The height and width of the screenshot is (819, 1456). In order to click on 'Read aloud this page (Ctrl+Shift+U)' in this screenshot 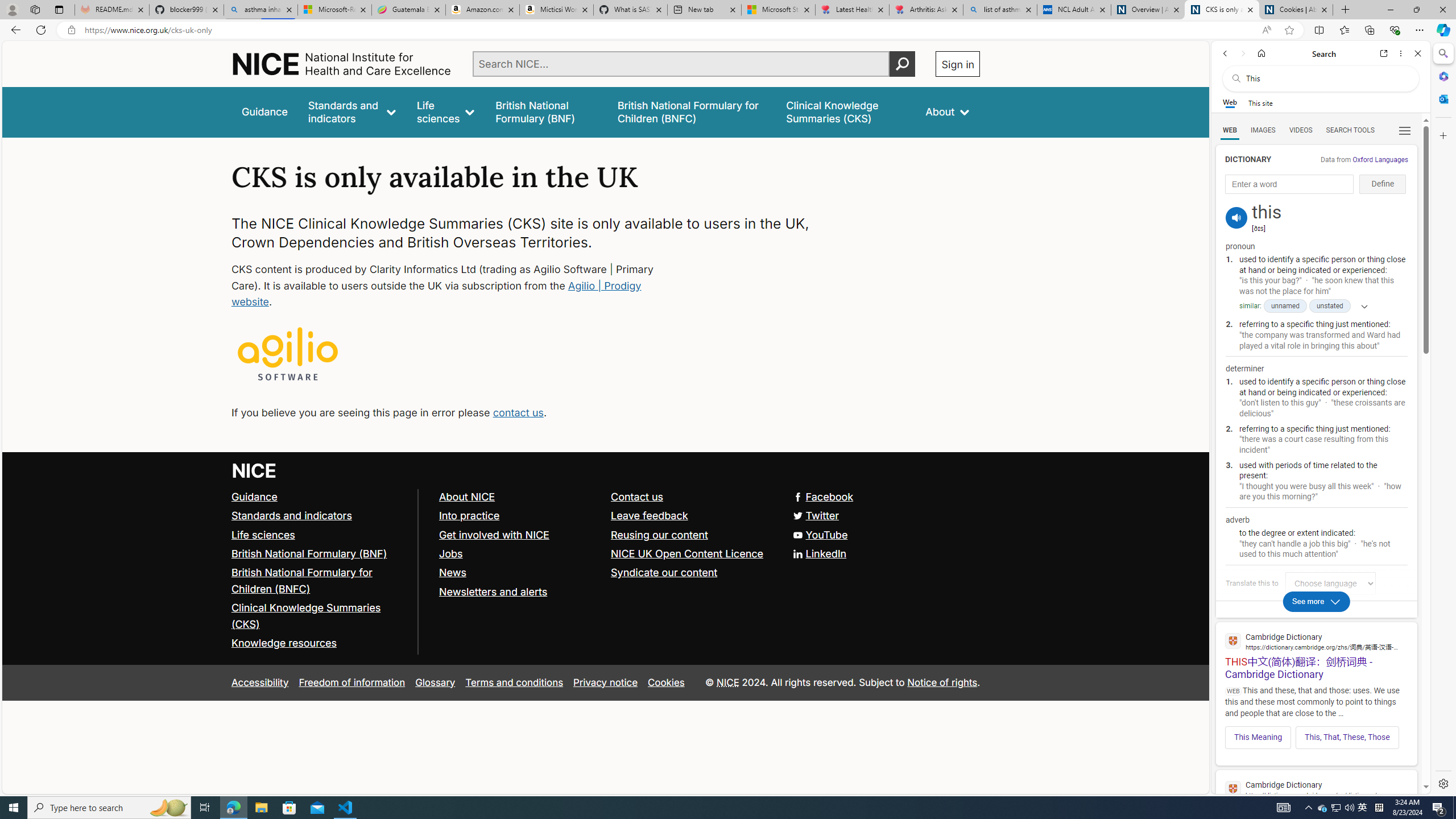, I will do `click(1266, 30)`.